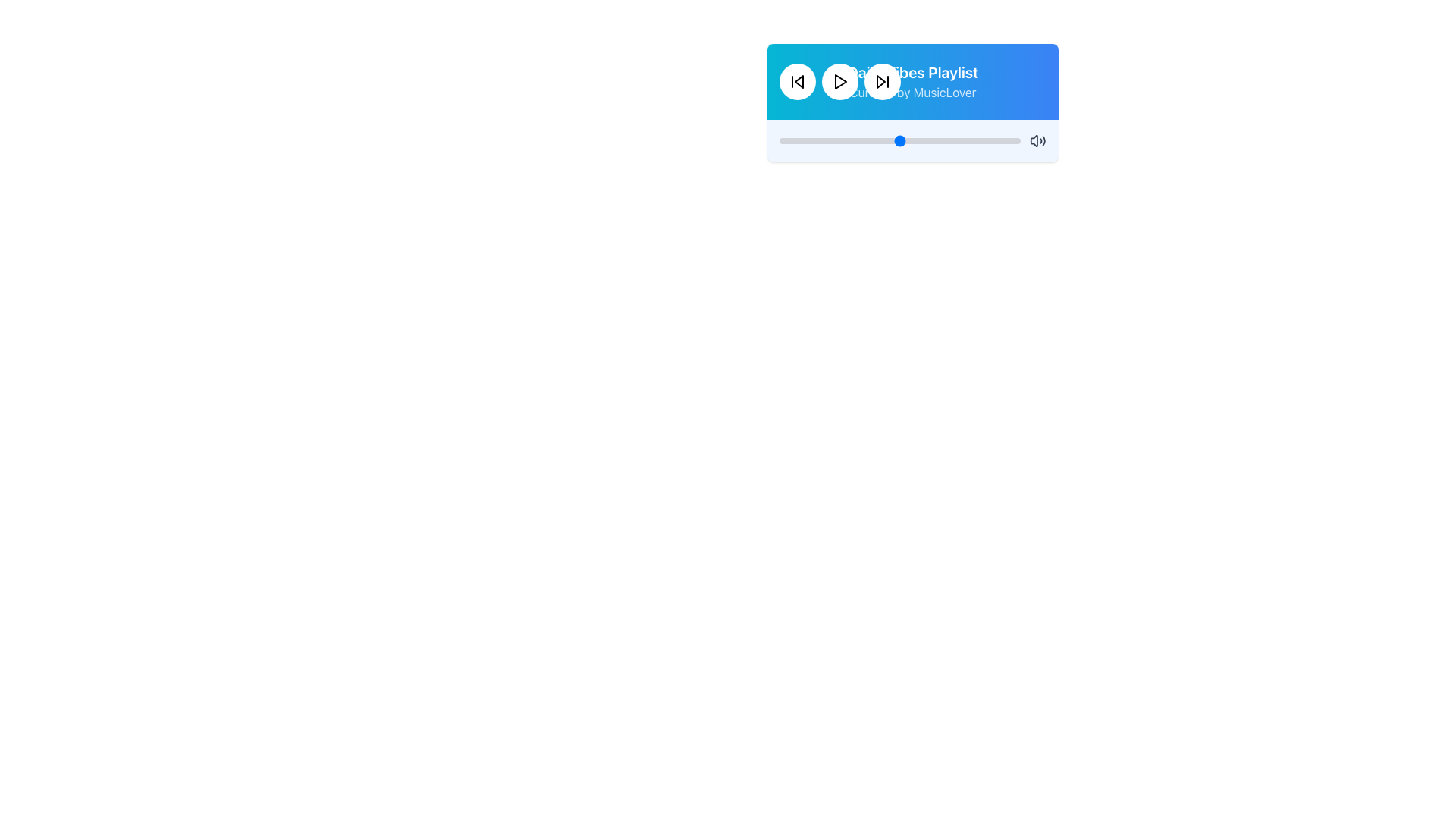  I want to click on the backward skip button, which is represented by a black outline of a left-pointing double arrow icon on a white circular background, located at the top-left corner of the media control section, so click(796, 82).